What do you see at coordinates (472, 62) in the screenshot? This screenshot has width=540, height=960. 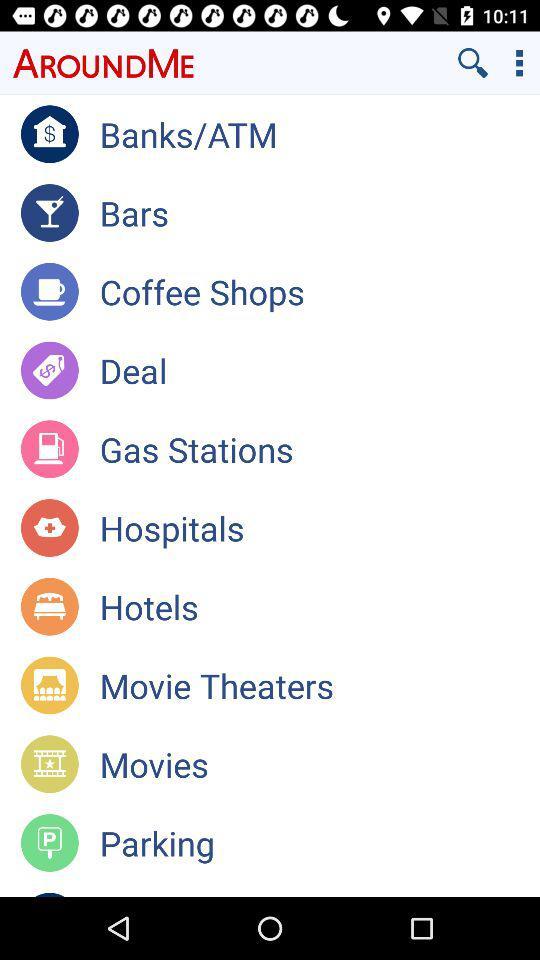 I see `the search icon` at bounding box center [472, 62].